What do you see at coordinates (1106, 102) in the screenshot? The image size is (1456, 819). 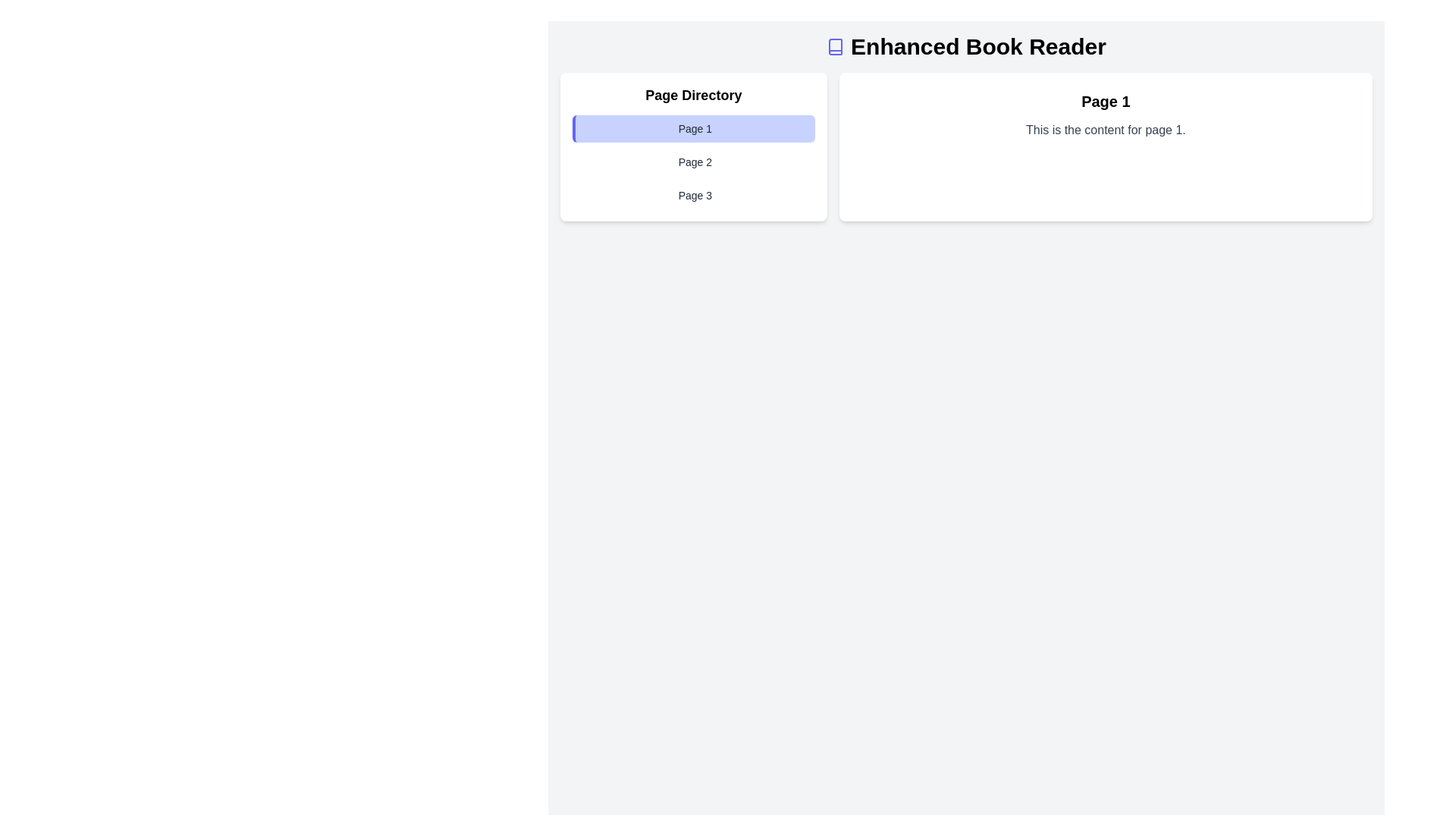 I see `title text displayed at the top of the card-like element on the right half of the interface, which provides a quick reference to the content's topic` at bounding box center [1106, 102].